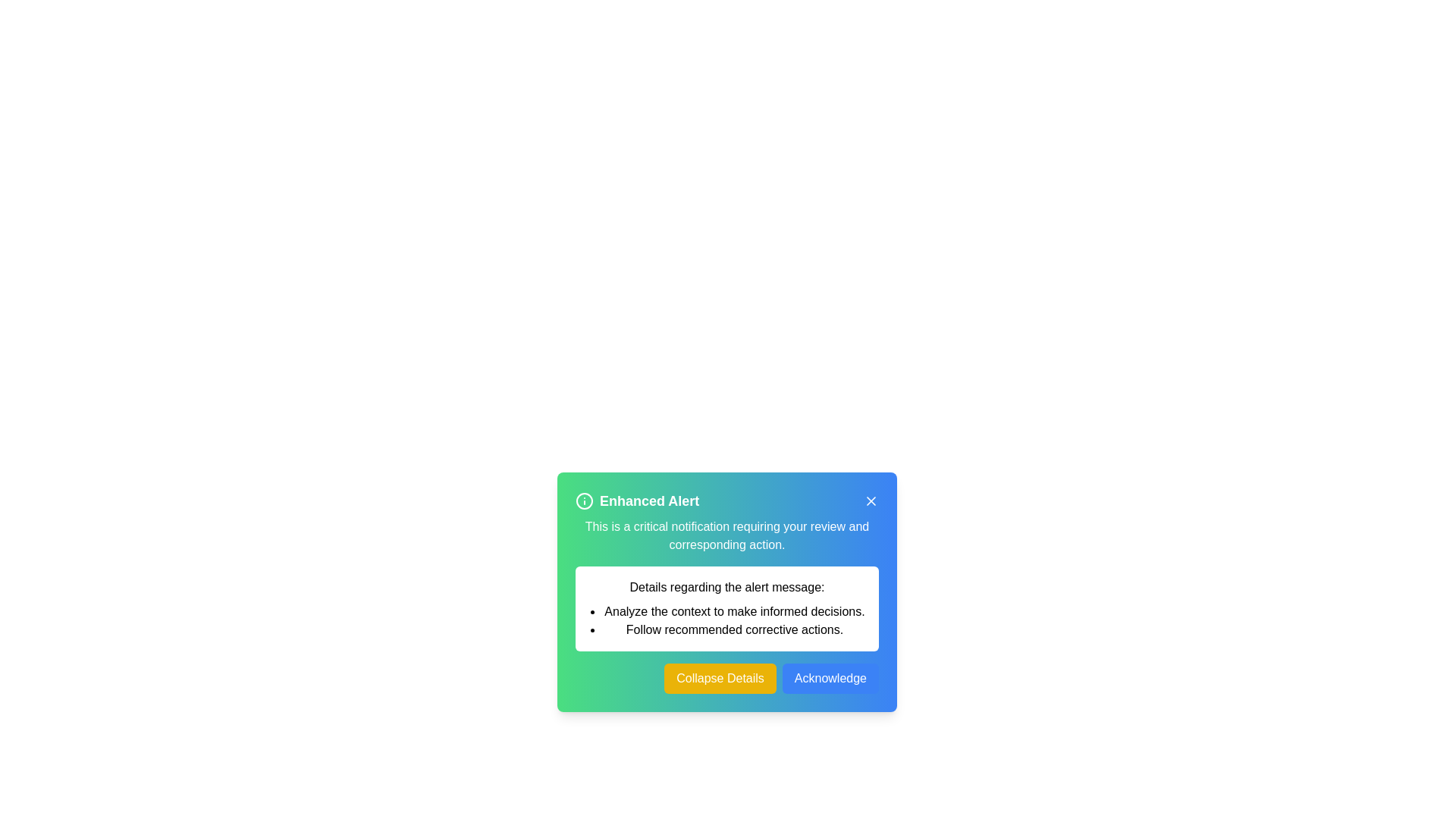 The image size is (1456, 819). Describe the element at coordinates (735, 610) in the screenshot. I see `the text element that reads 'Analyze the context to make informed decisions.' which is the first item in a bulleted list on a notification card` at that location.